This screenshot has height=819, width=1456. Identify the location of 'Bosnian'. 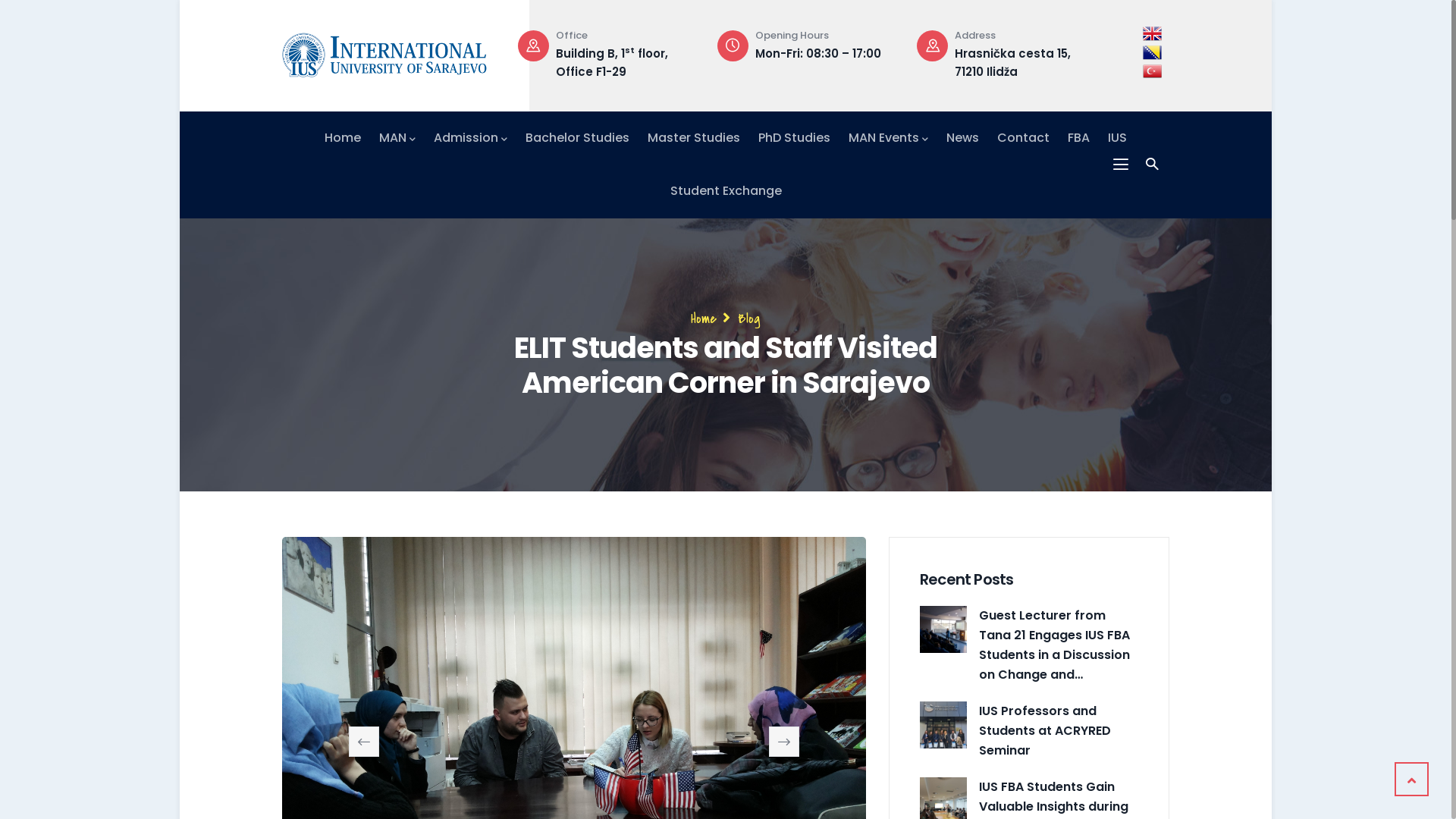
(1143, 52).